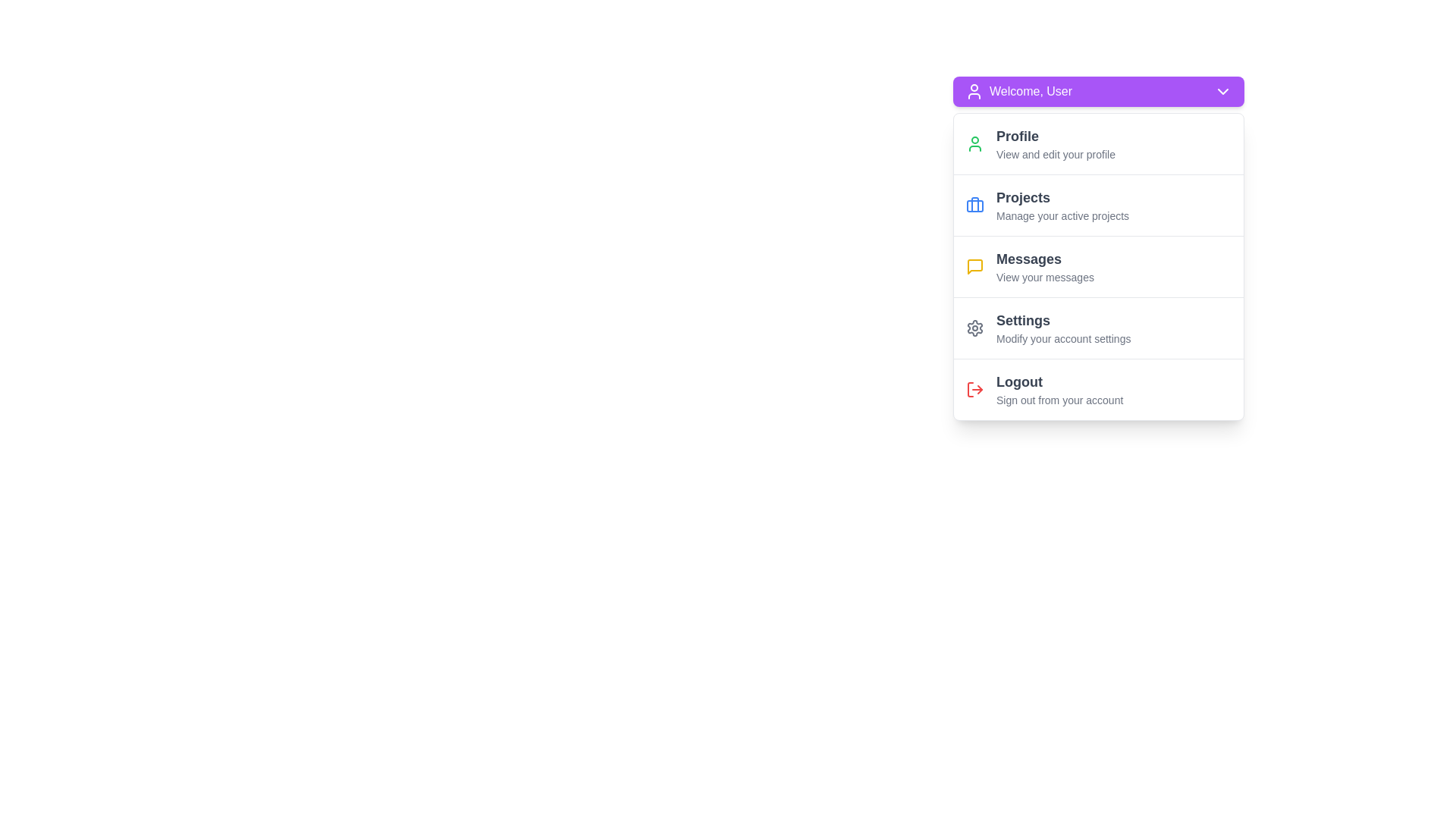  What do you see at coordinates (1222, 91) in the screenshot?
I see `the chevron icon located on the right side of the purple header, following the text 'Welcome, User'` at bounding box center [1222, 91].